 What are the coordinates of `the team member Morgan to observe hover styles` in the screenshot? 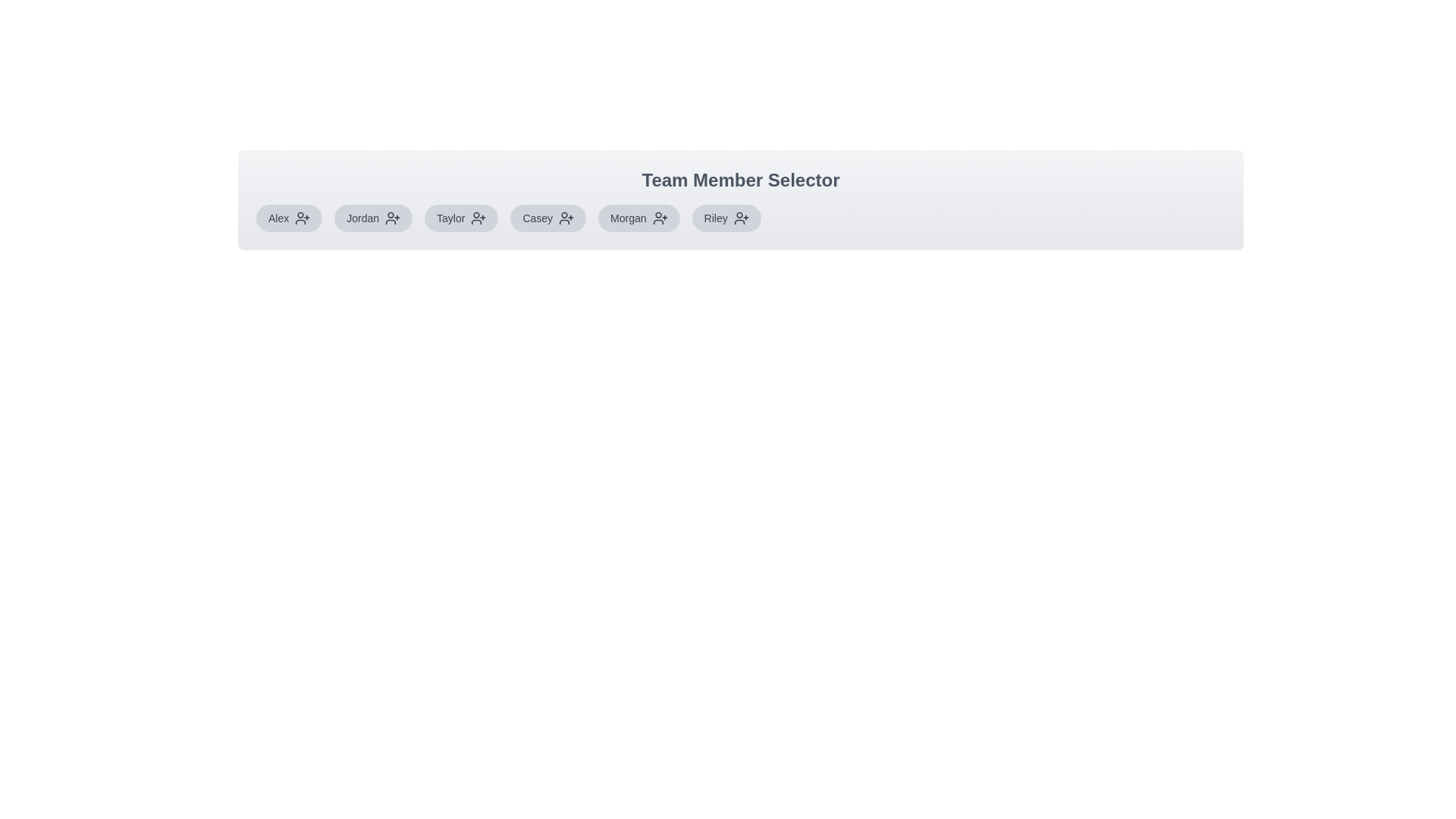 It's located at (638, 218).